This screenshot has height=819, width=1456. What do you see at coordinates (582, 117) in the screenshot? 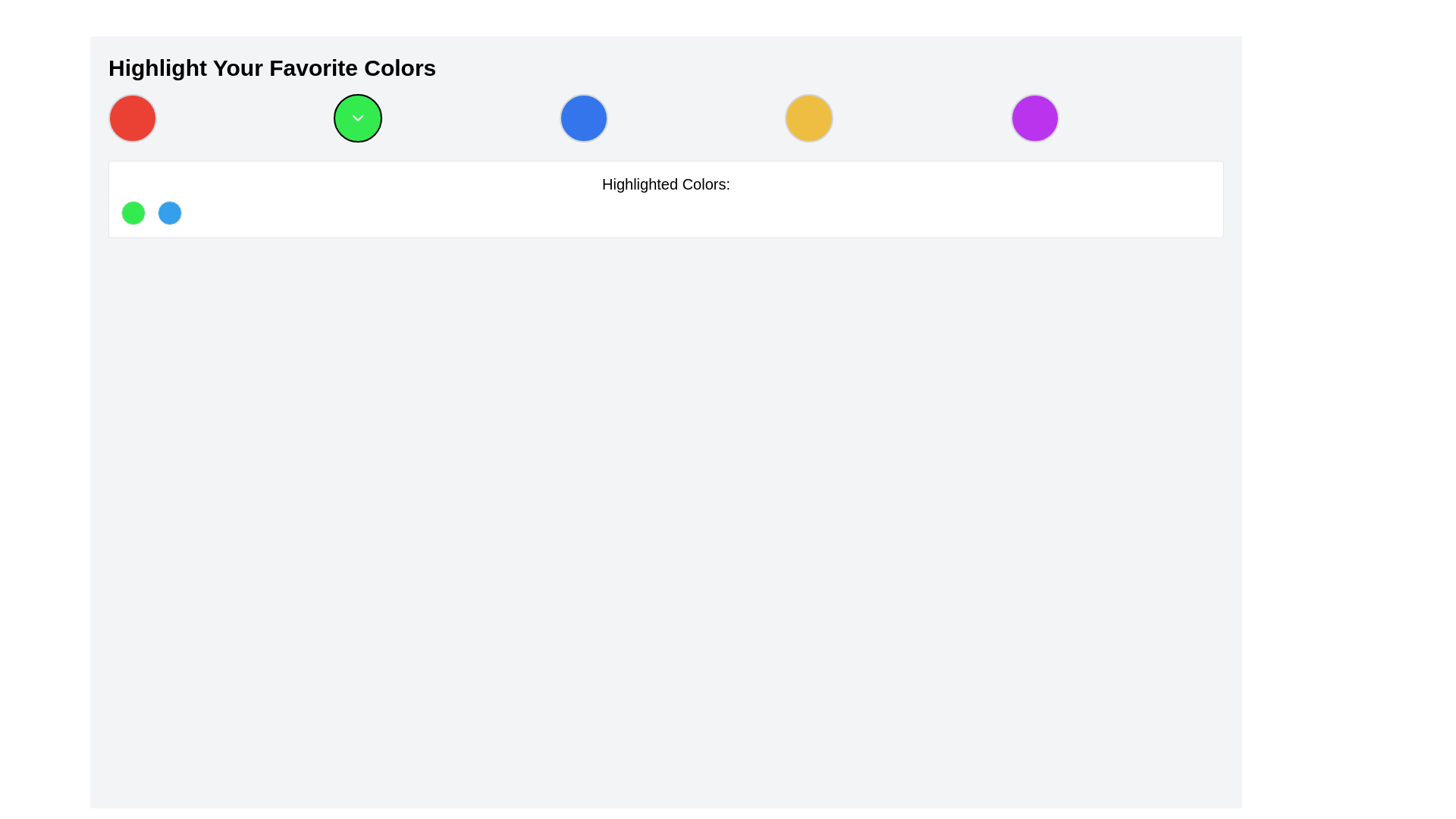
I see `the vibrant blue circular button, which is the third button in a horizontal group of buttons` at bounding box center [582, 117].